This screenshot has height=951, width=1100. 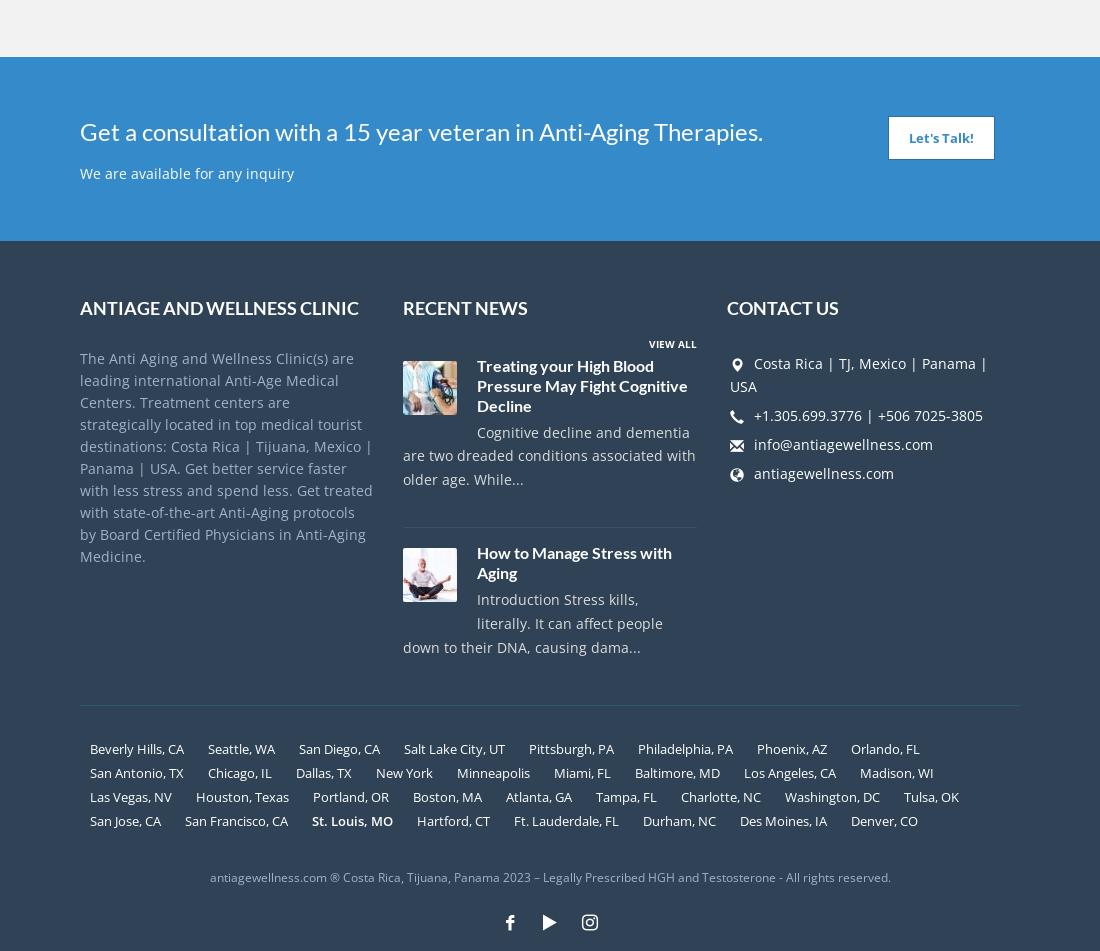 What do you see at coordinates (642, 819) in the screenshot?
I see `'Durham, NC'` at bounding box center [642, 819].